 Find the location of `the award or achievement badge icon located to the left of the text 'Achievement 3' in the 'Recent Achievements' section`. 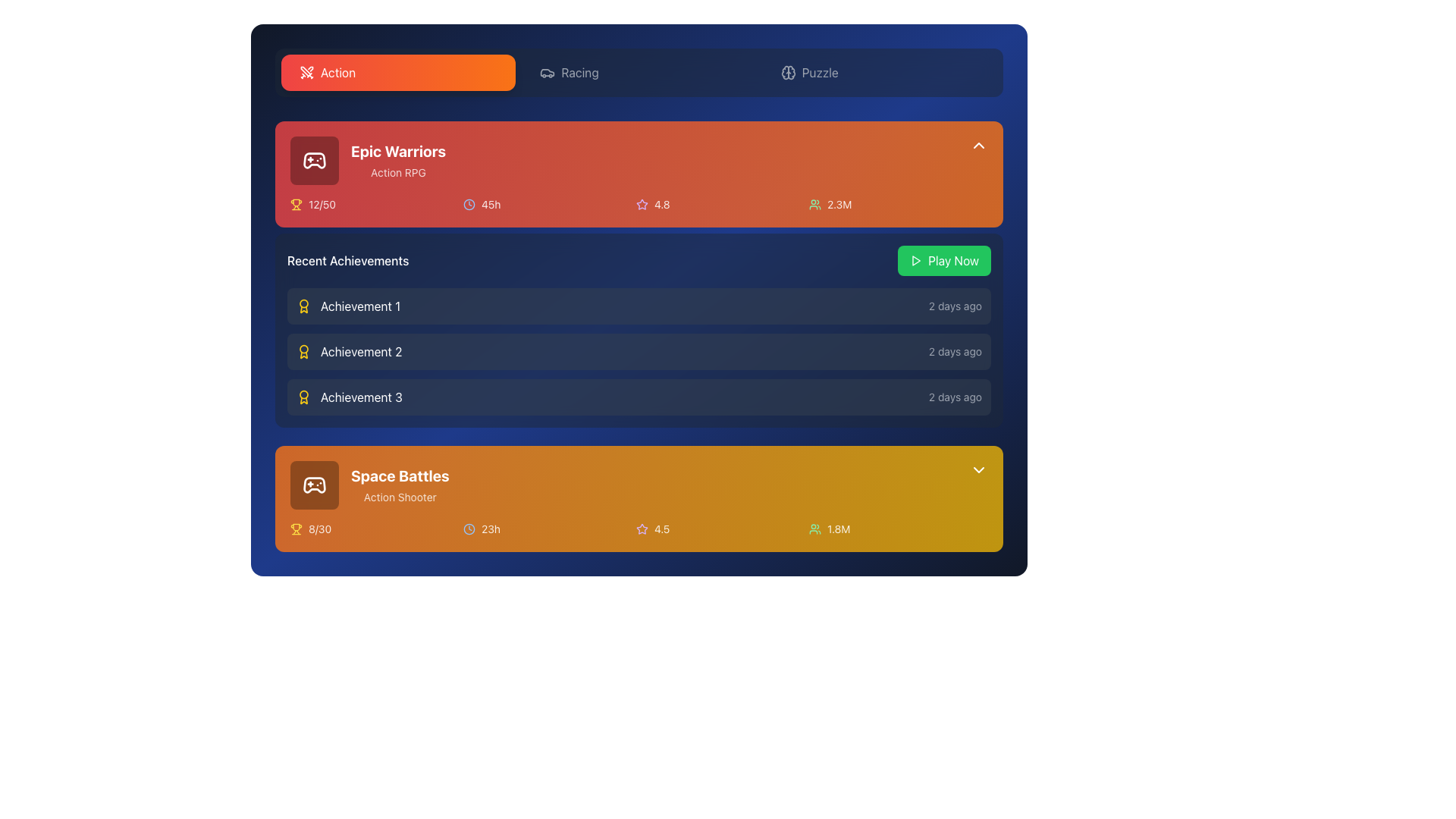

the award or achievement badge icon located to the left of the text 'Achievement 3' in the 'Recent Achievements' section is located at coordinates (303, 397).